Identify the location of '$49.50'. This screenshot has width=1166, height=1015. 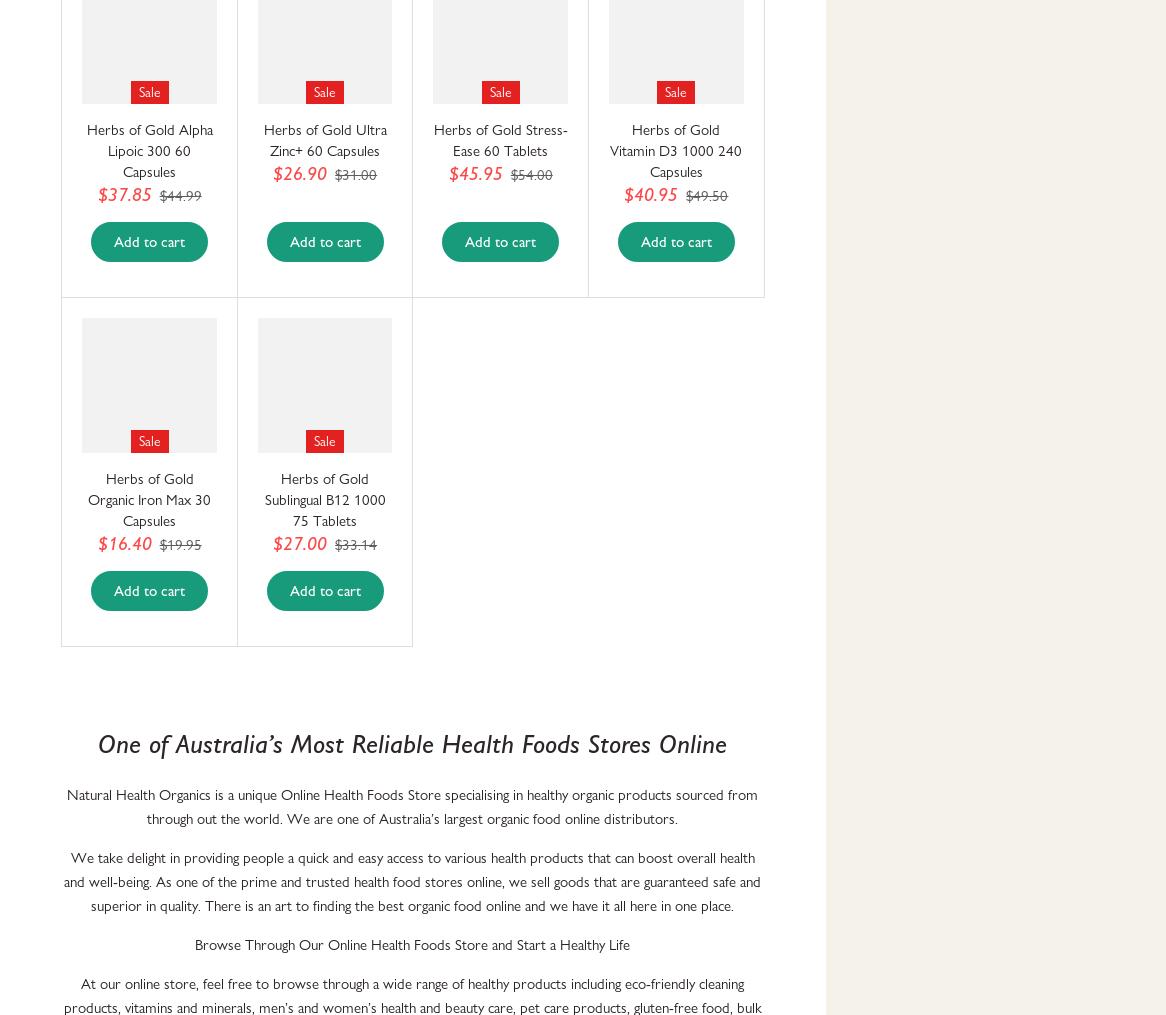
(684, 194).